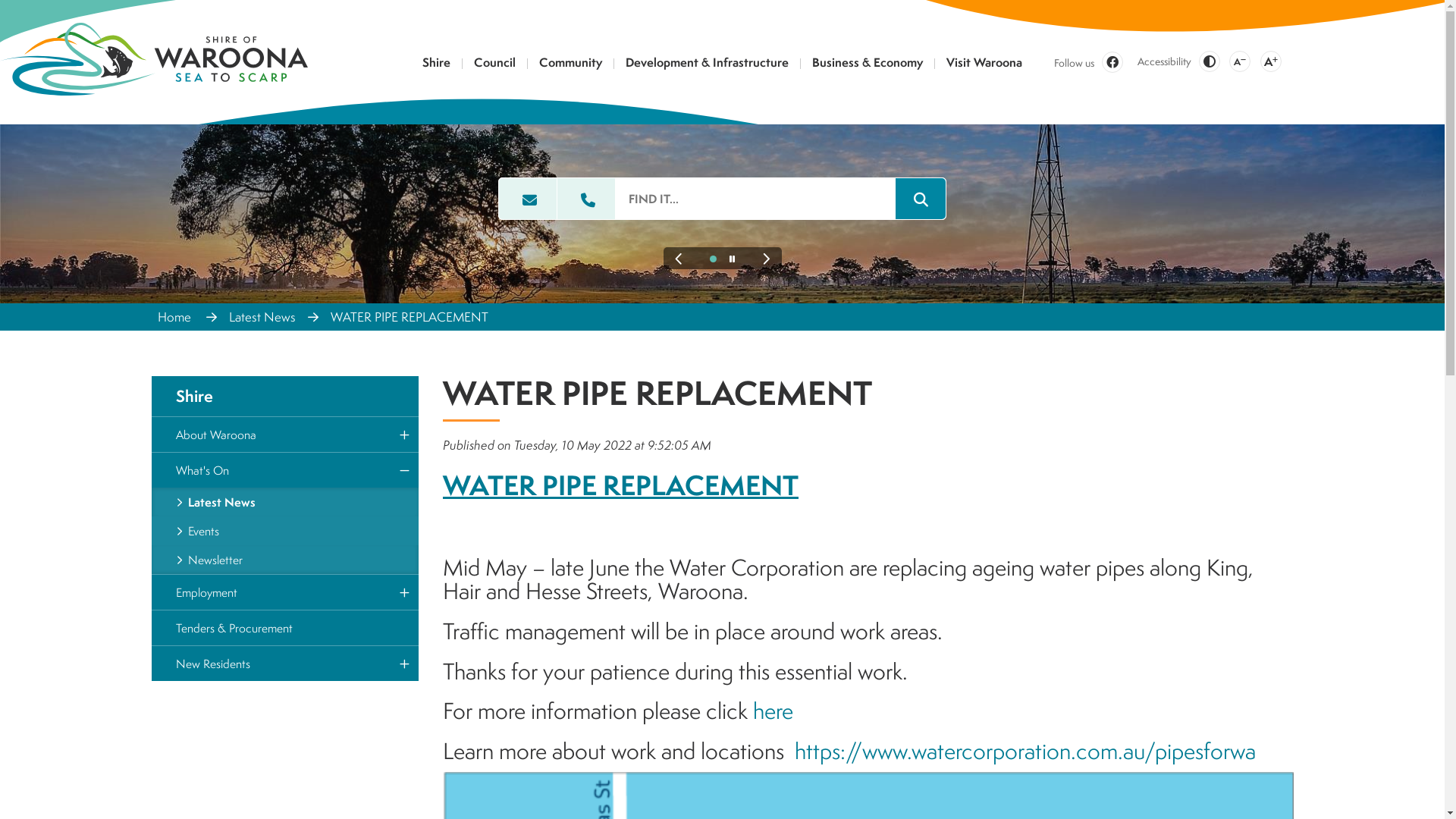 Image resolution: width=1456 pixels, height=819 pixels. I want to click on 'Shire', so click(436, 66).